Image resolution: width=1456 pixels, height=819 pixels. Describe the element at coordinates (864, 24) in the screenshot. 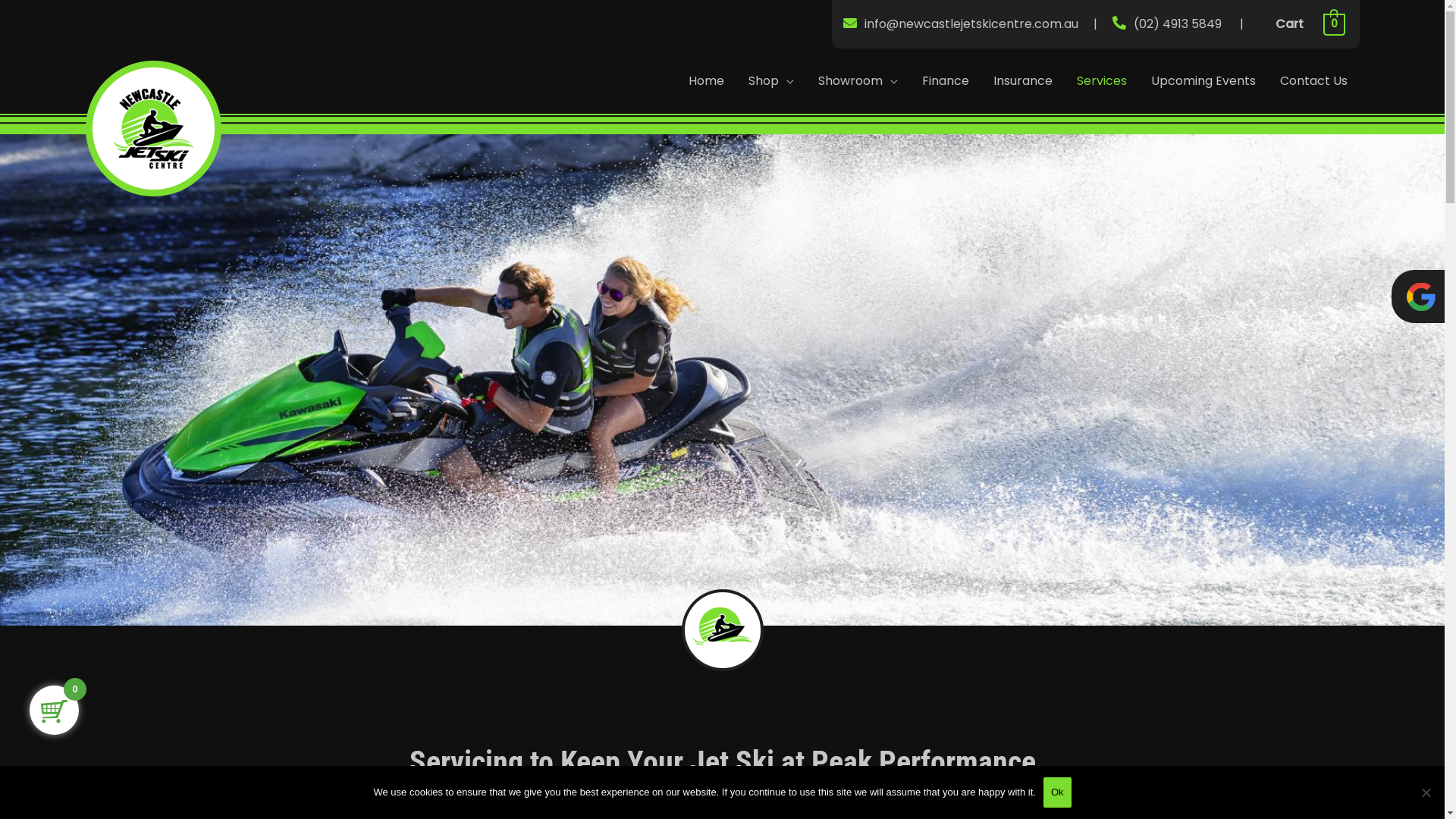

I see `'info@newcastlejetskicentre.com.au'` at that location.